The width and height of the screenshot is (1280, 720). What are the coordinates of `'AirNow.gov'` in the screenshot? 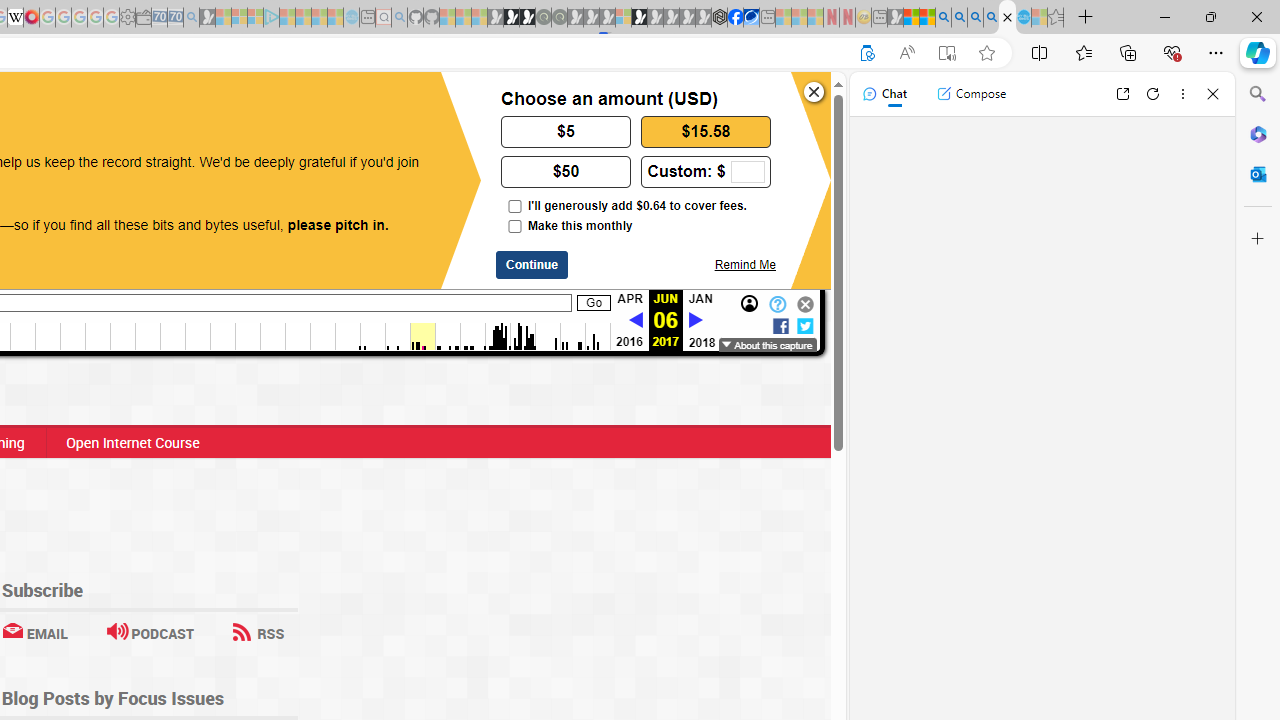 It's located at (750, 17).